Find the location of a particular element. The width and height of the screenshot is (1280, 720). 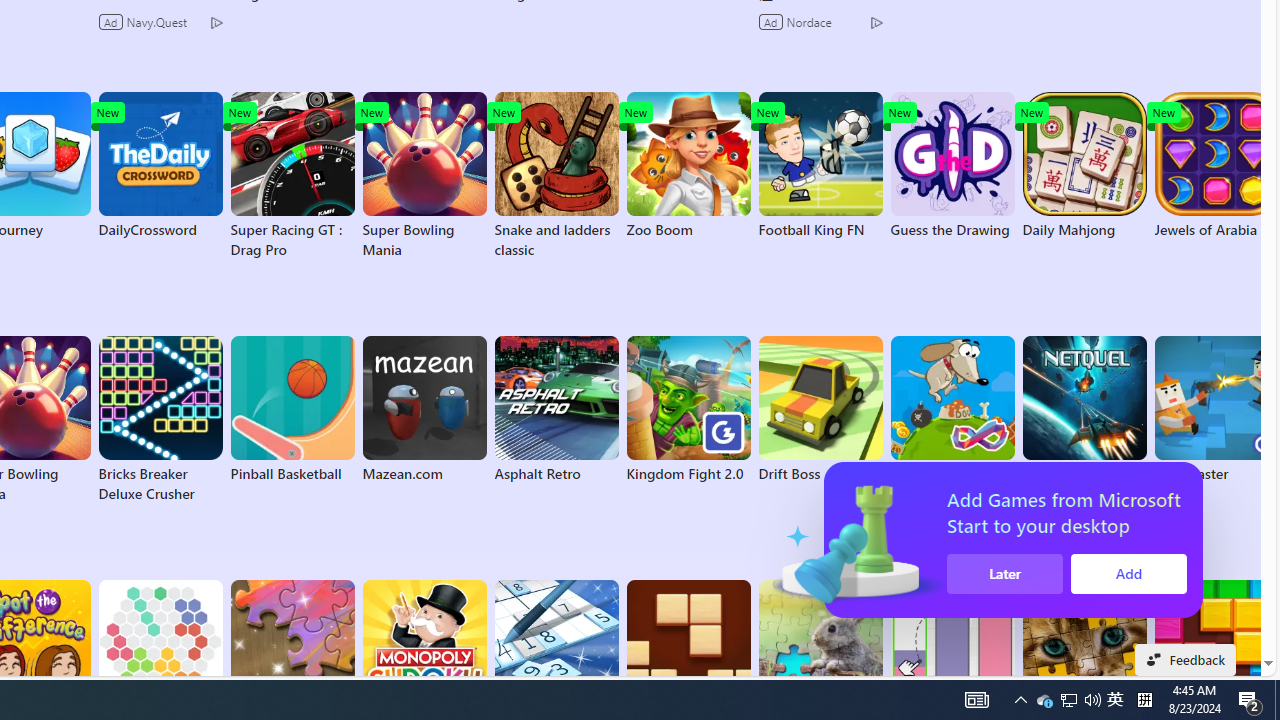

'Feedback' is located at coordinates (1185, 659).